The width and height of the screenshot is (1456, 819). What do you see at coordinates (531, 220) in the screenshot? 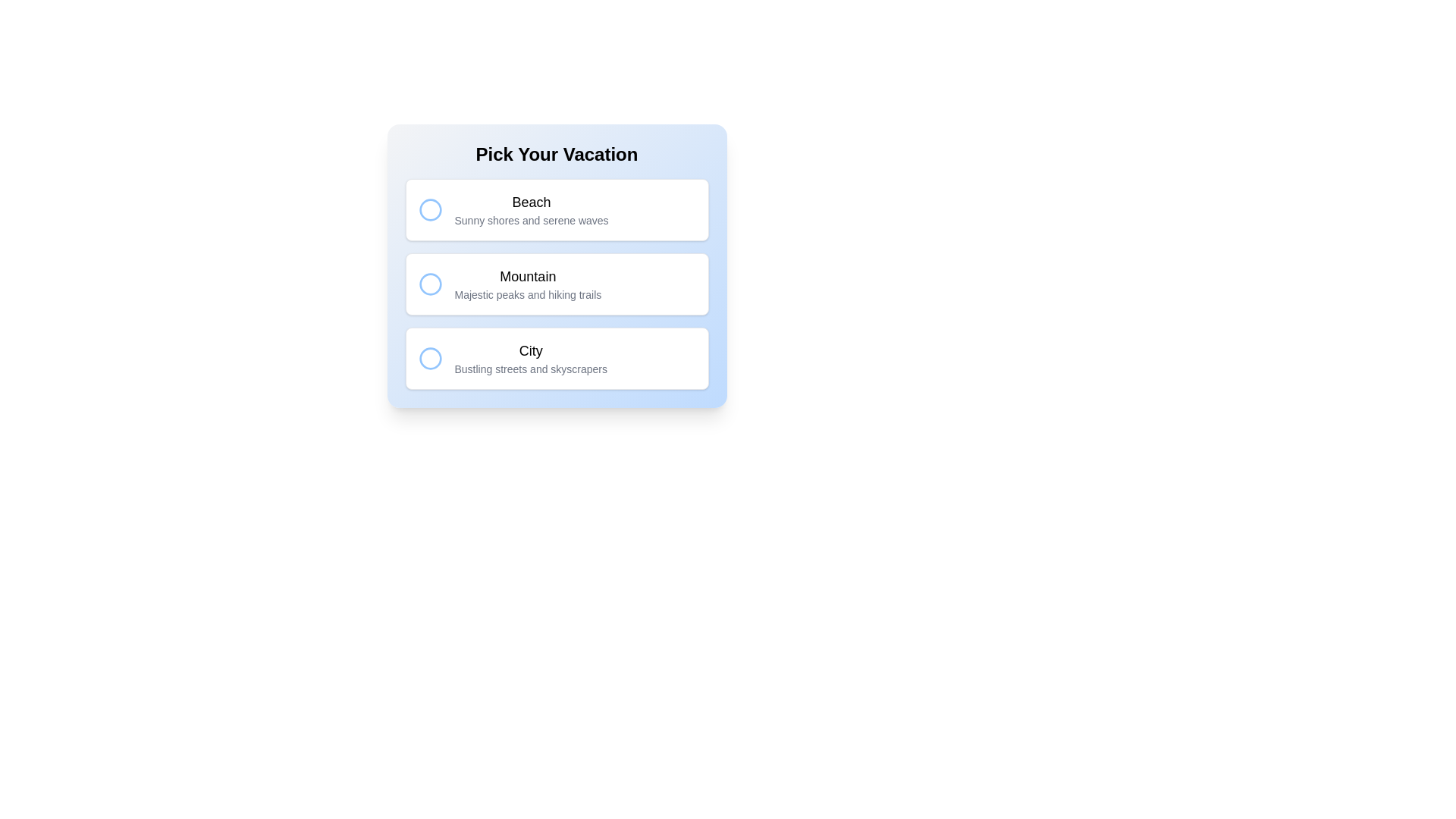
I see `the static text 'Sunny shores and serene waves' located directly under the main heading 'Beach', which provides additional context about the selection option` at bounding box center [531, 220].